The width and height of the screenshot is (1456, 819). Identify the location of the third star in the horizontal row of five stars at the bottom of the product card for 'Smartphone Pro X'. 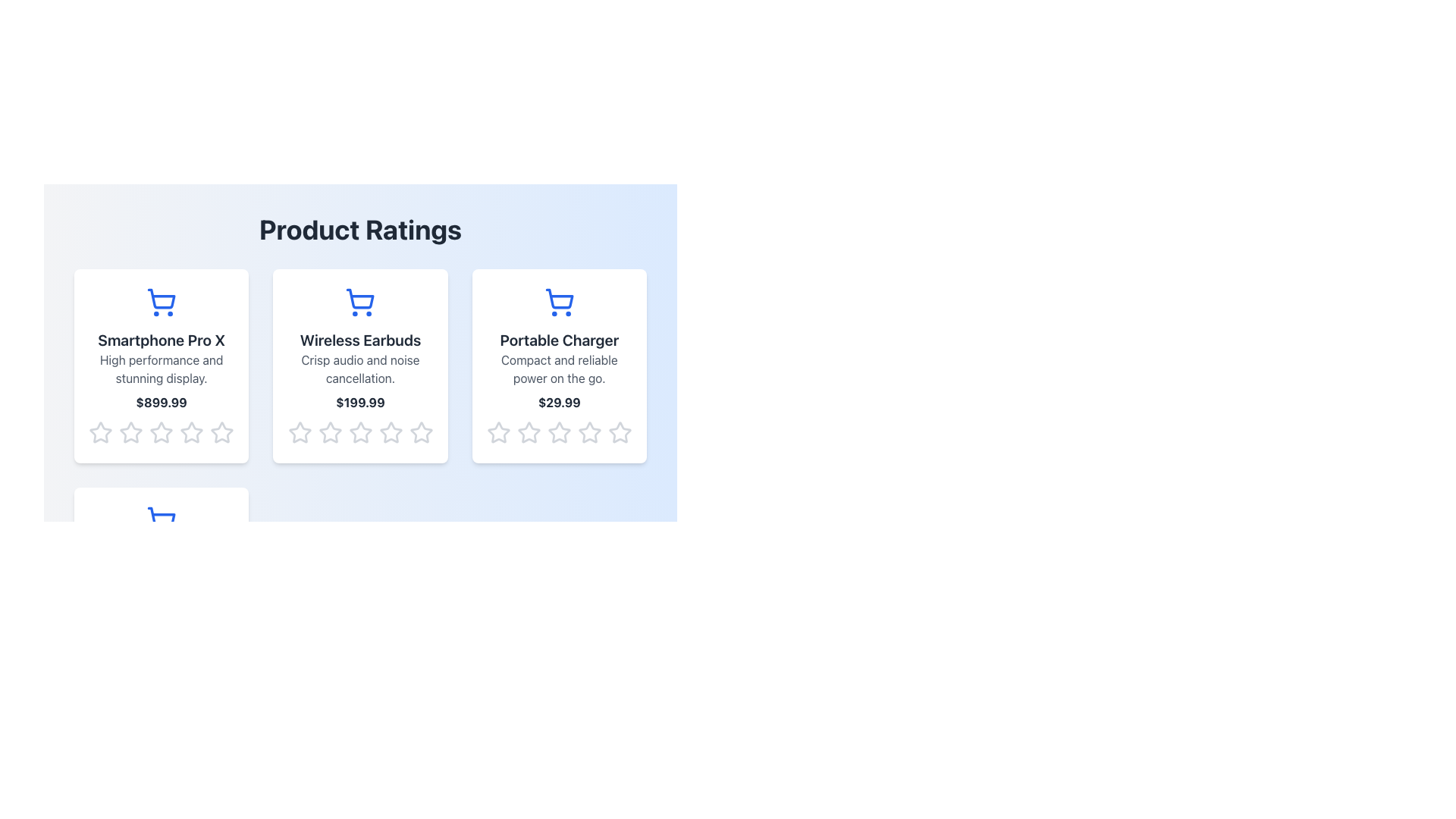
(162, 432).